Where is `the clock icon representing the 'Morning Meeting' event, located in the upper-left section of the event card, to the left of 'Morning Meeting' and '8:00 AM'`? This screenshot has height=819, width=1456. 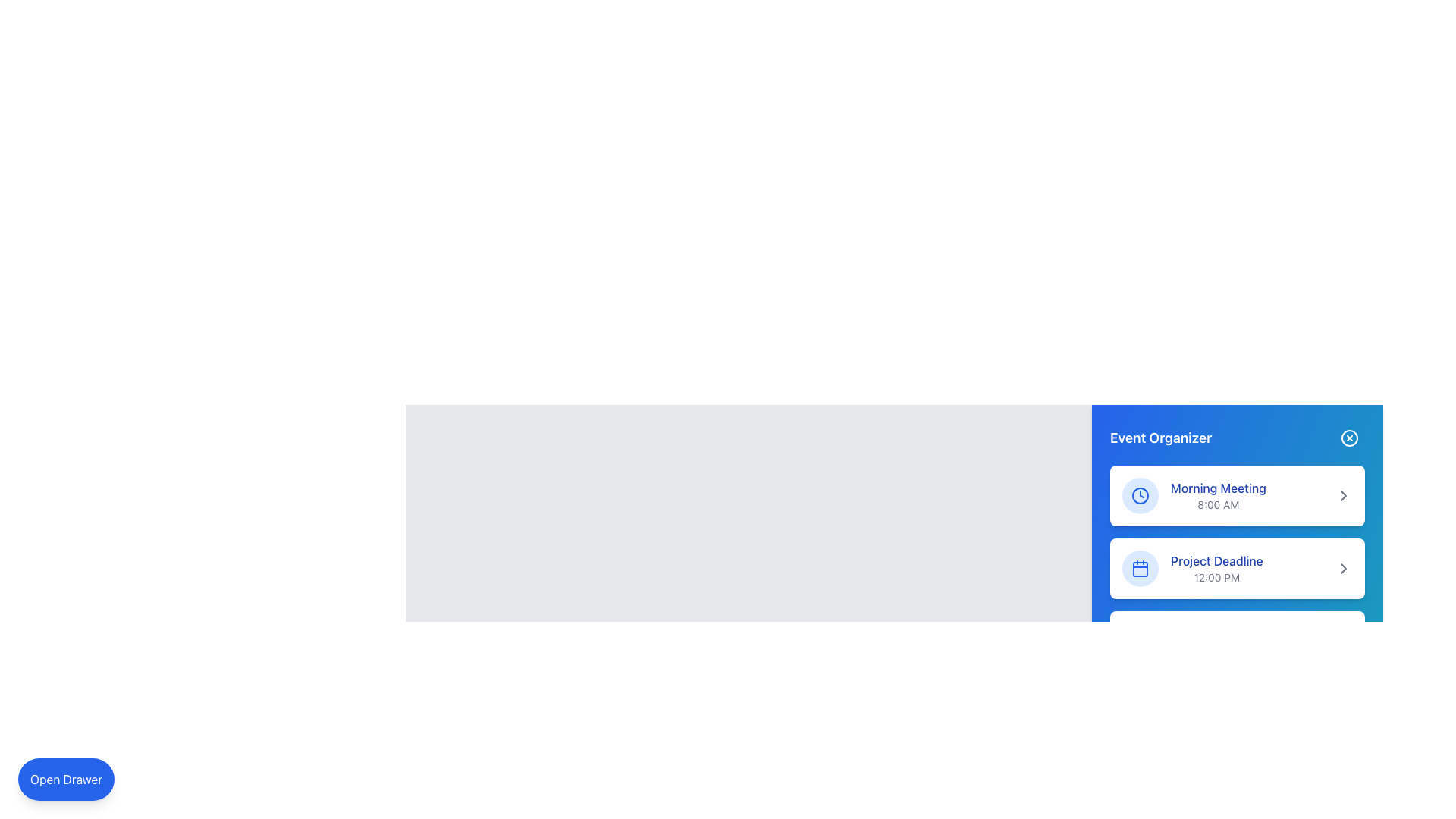
the clock icon representing the 'Morning Meeting' event, located in the upper-left section of the event card, to the left of 'Morning Meeting' and '8:00 AM' is located at coordinates (1140, 496).